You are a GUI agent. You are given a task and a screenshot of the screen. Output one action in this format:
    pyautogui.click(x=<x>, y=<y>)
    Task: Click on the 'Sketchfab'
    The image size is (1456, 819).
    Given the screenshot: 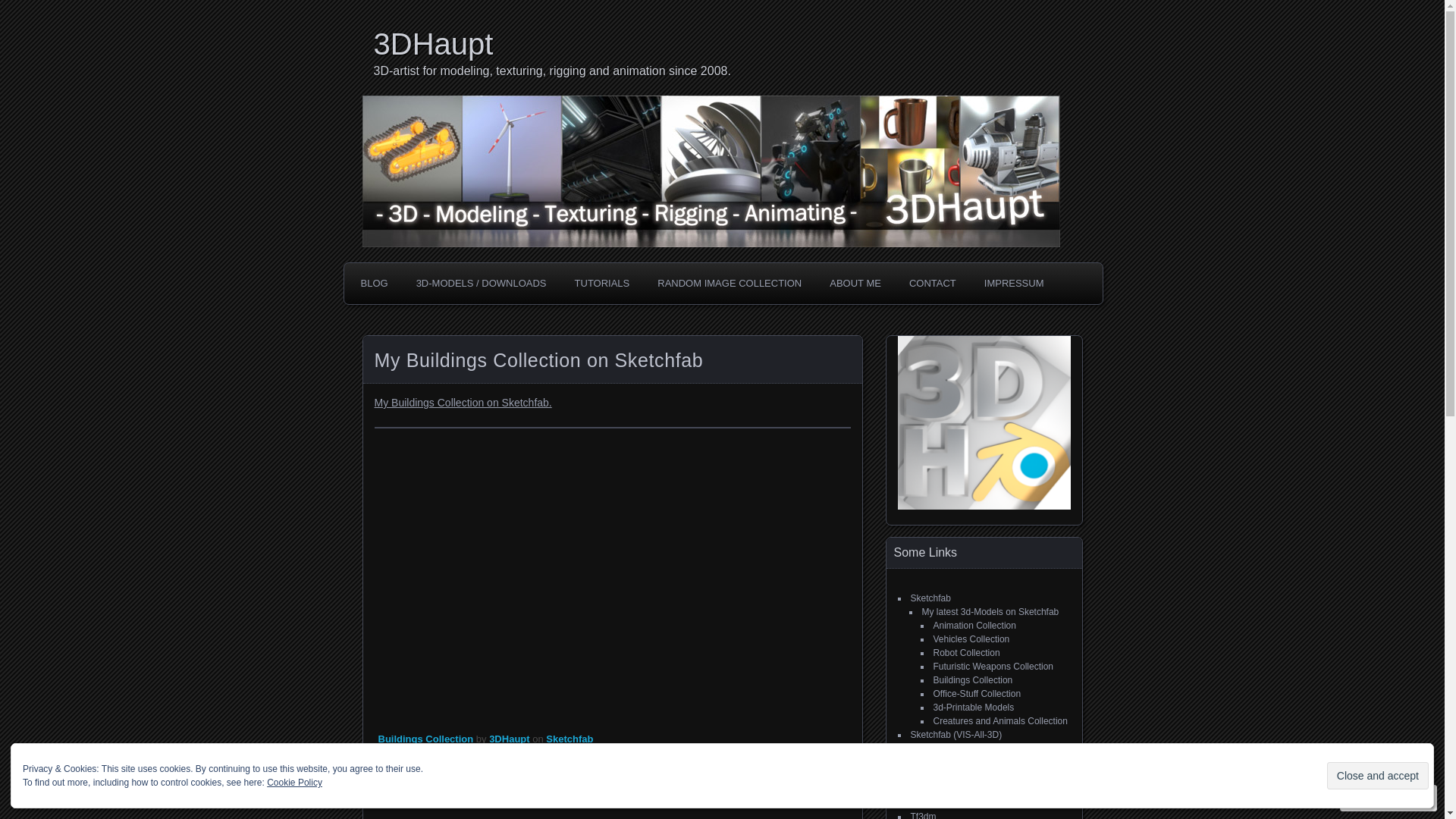 What is the action you would take?
    pyautogui.click(x=546, y=738)
    